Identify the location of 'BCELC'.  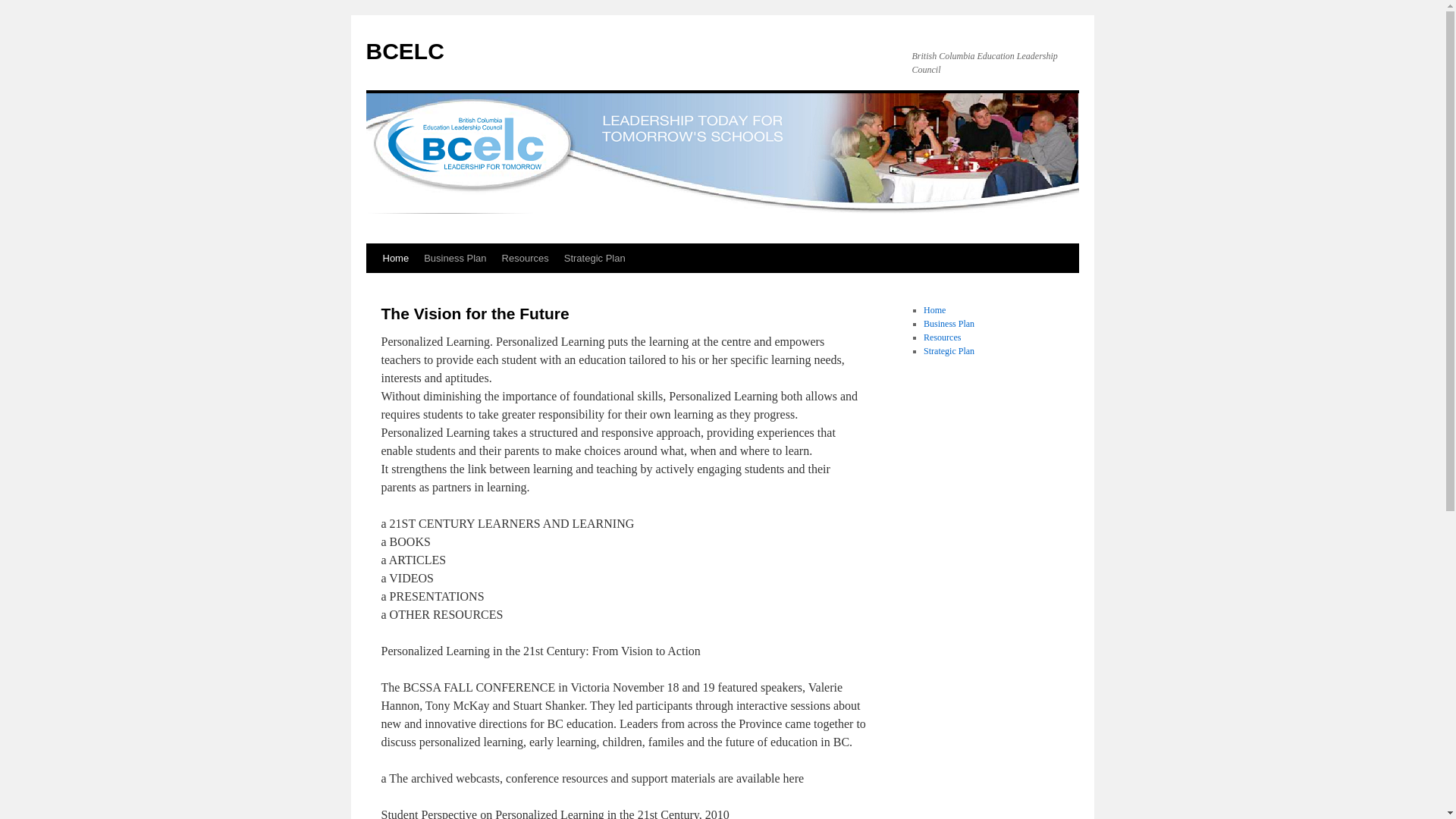
(404, 50).